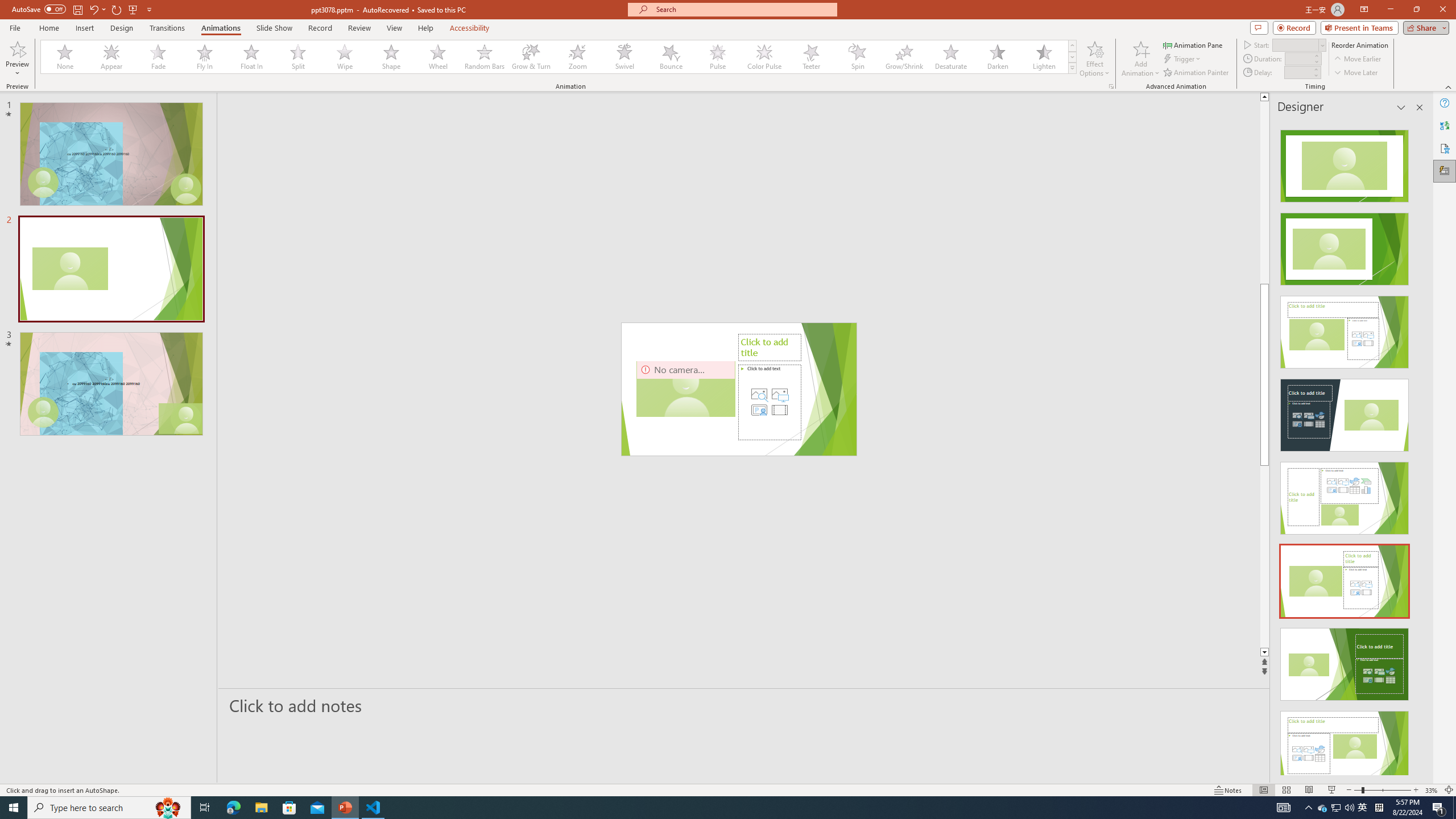 This screenshot has height=819, width=1456. What do you see at coordinates (1423, 27) in the screenshot?
I see `'Share'` at bounding box center [1423, 27].